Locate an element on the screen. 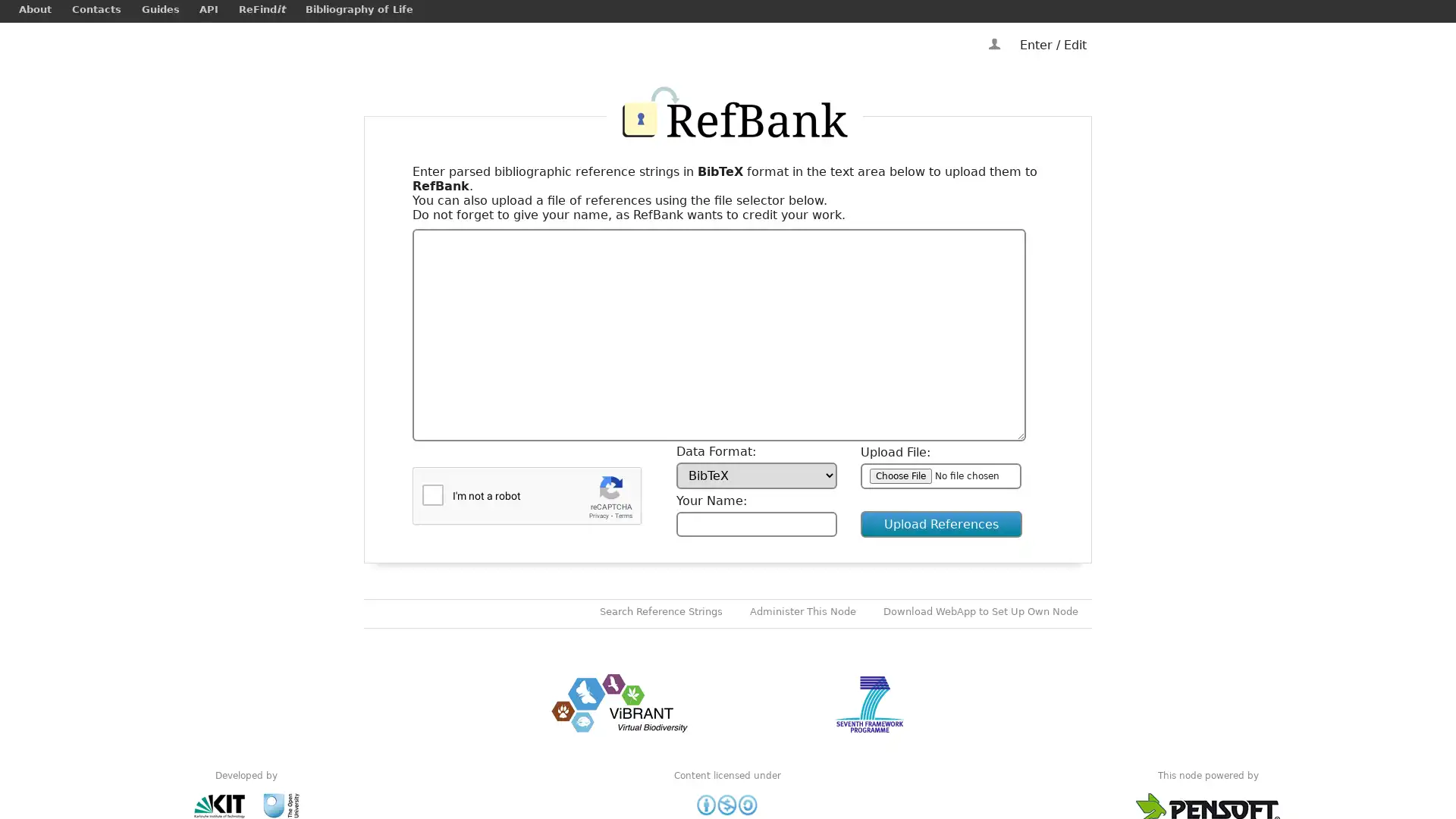 This screenshot has height=819, width=1456. Choose File is located at coordinates (901, 475).